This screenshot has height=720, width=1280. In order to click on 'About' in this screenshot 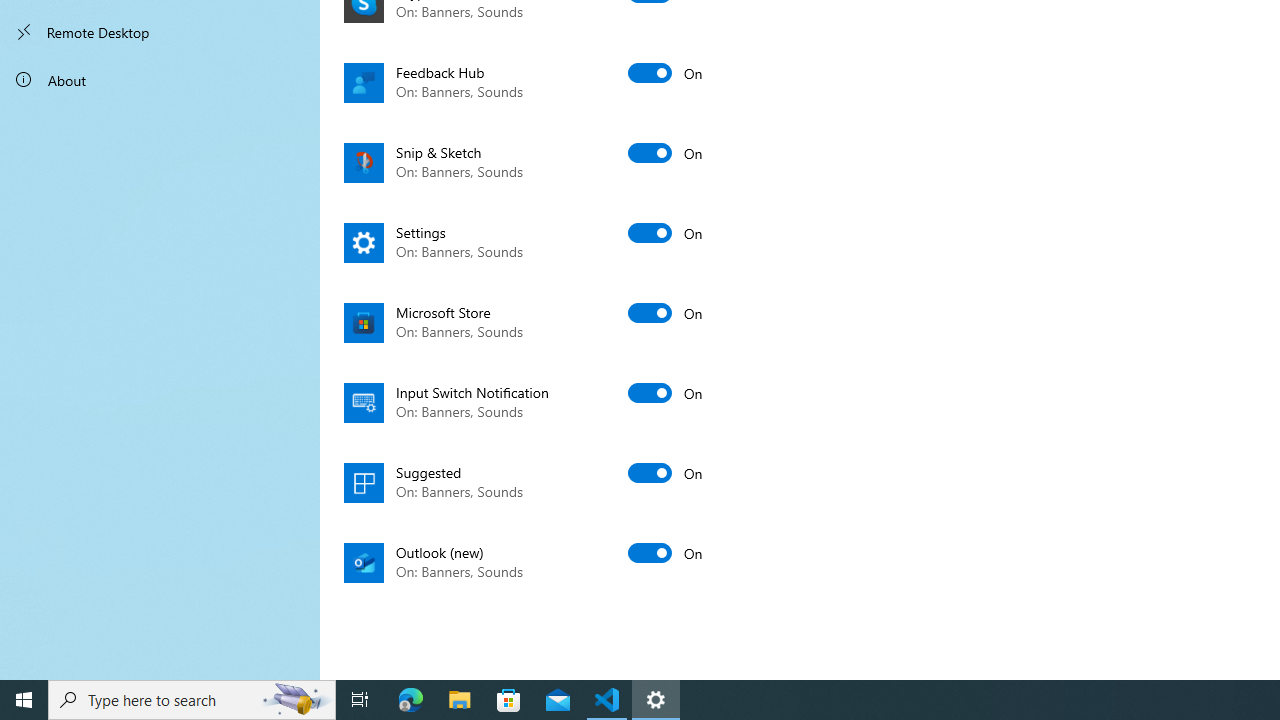, I will do `click(160, 78)`.